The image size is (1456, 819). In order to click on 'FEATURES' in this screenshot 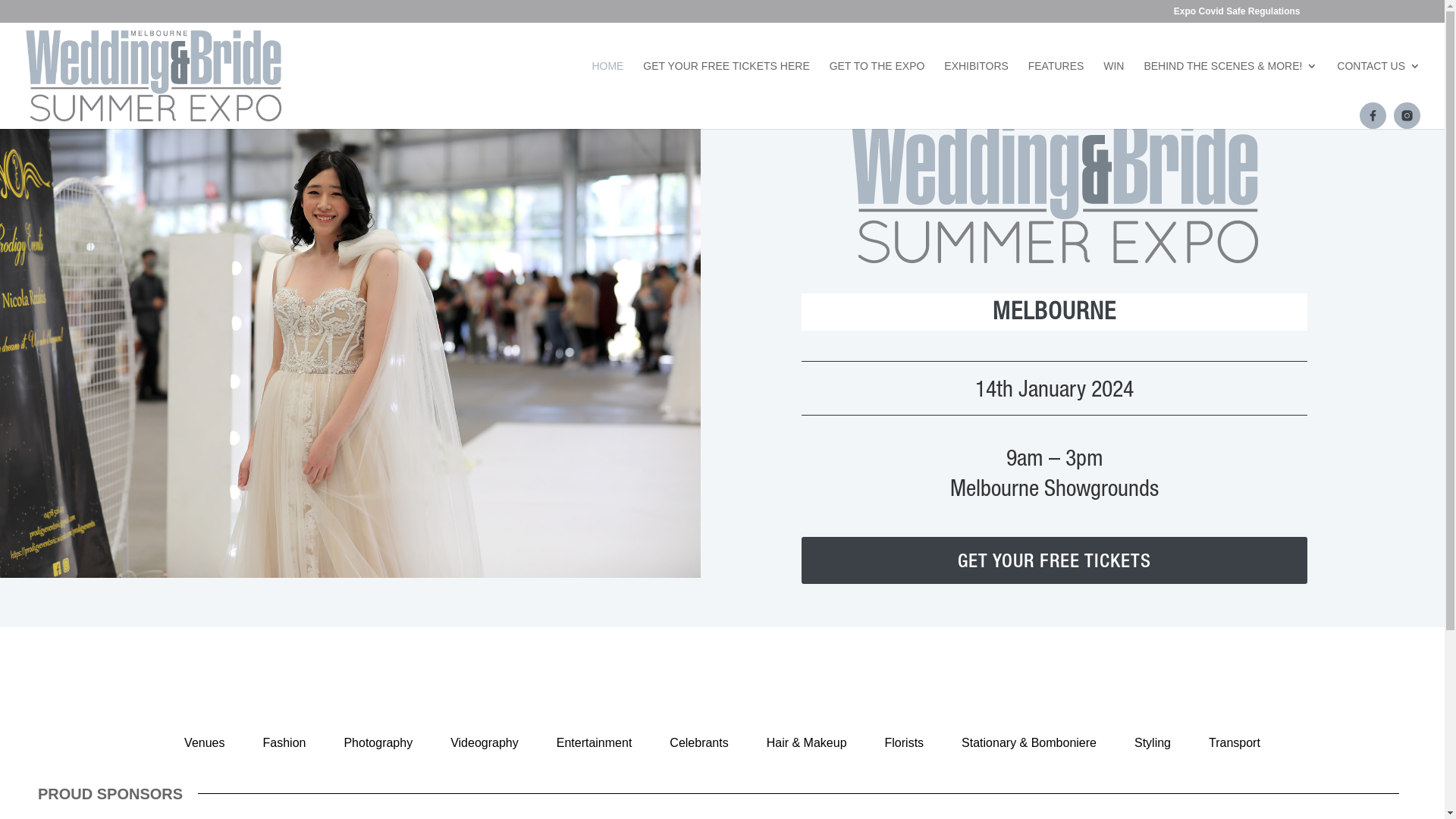, I will do `click(1028, 84)`.